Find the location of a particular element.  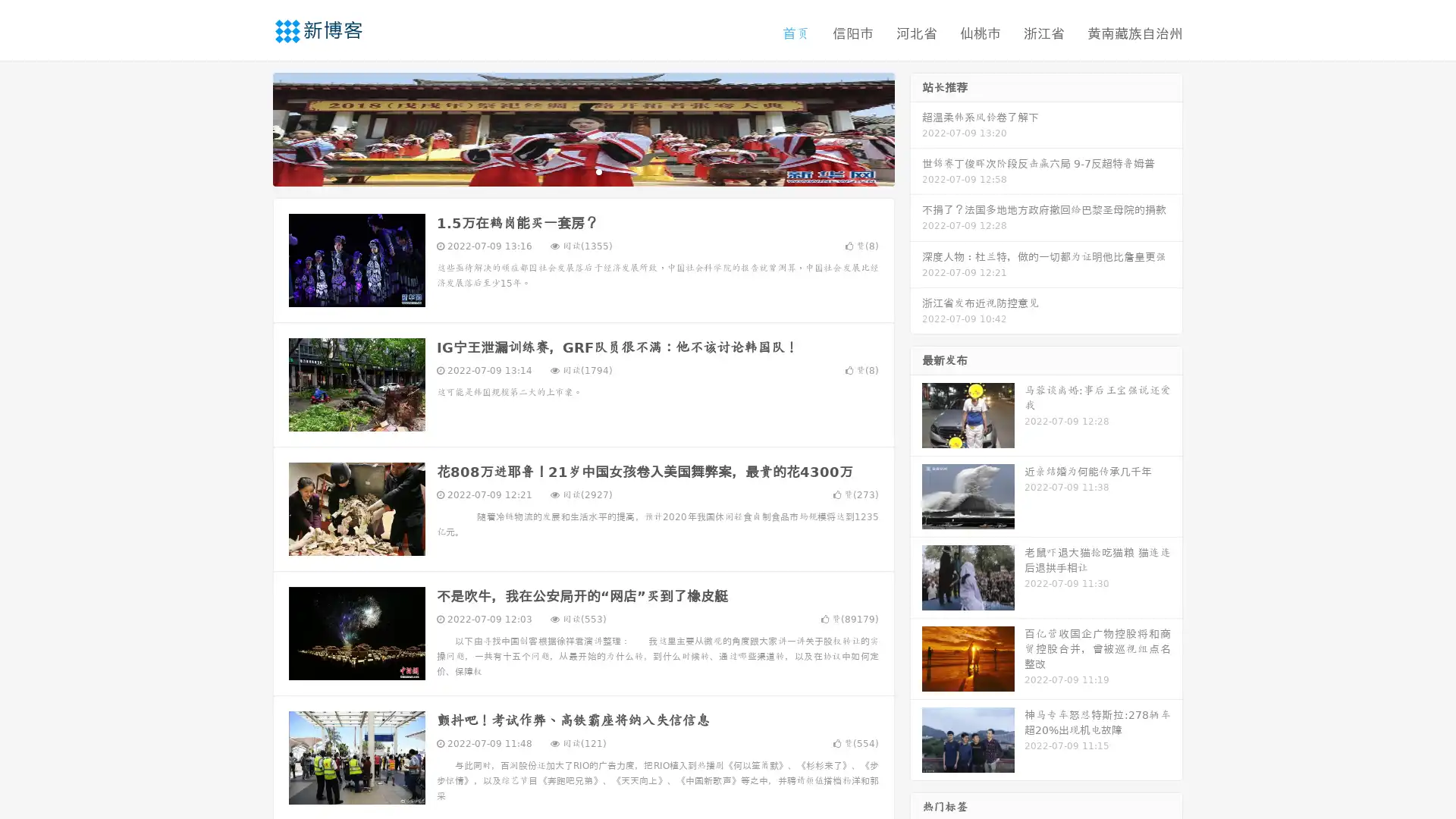

Go to slide 2 is located at coordinates (582, 171).